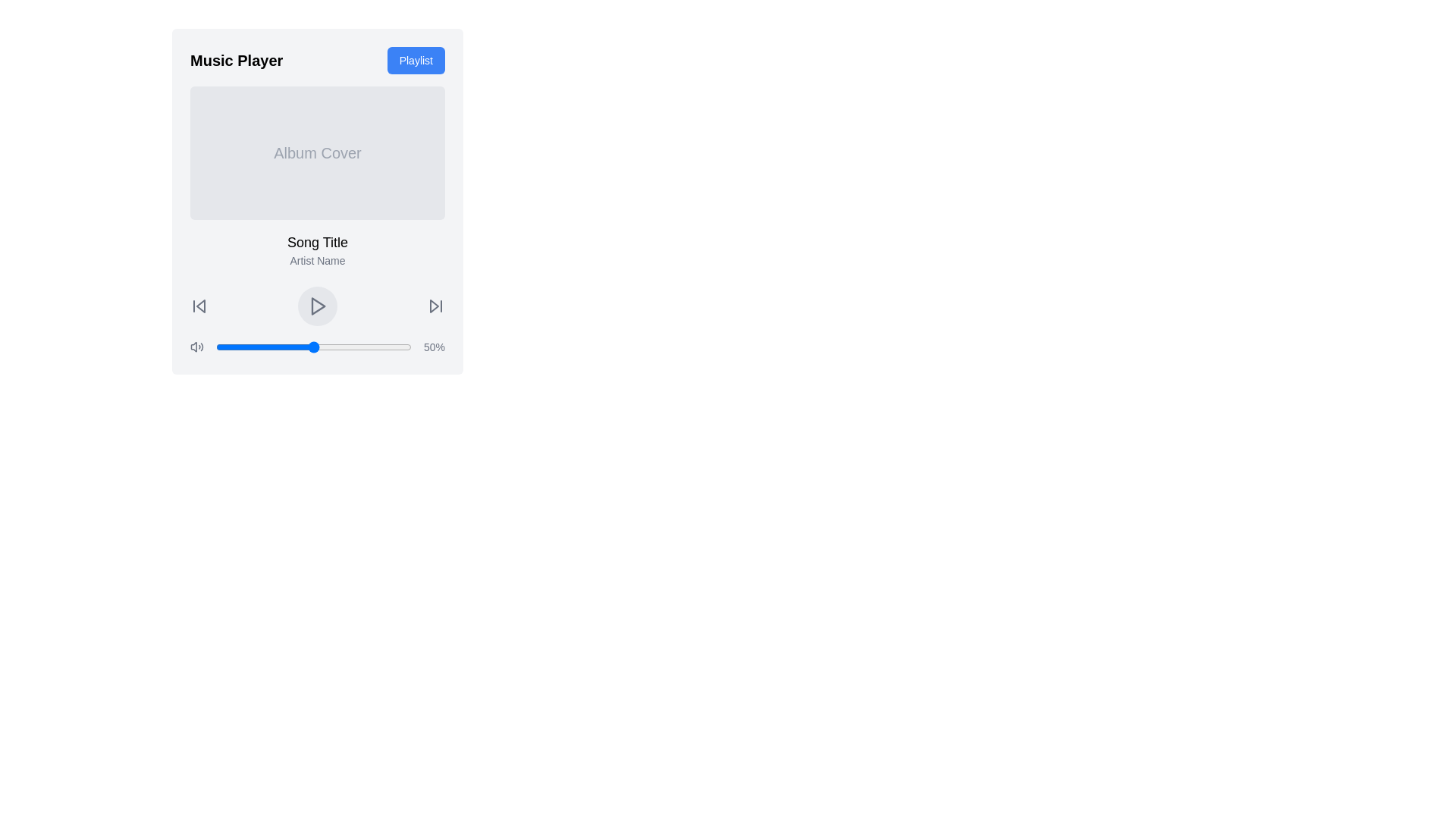 The width and height of the screenshot is (1456, 819). What do you see at coordinates (415, 60) in the screenshot?
I see `the 'Playlist' button located in the top-right corner of the interface` at bounding box center [415, 60].